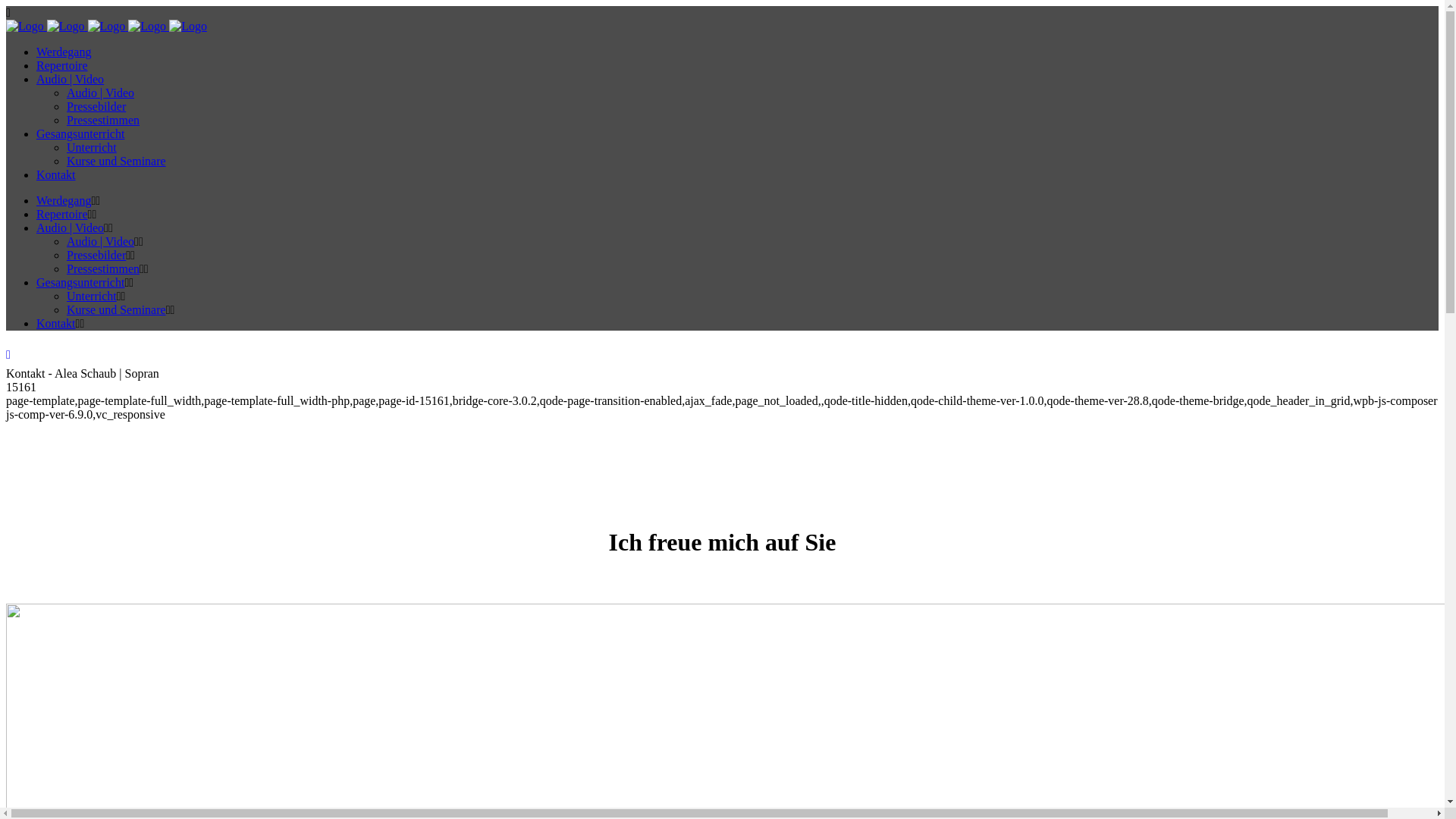 Image resolution: width=1456 pixels, height=819 pixels. What do you see at coordinates (90, 147) in the screenshot?
I see `'Unterricht'` at bounding box center [90, 147].